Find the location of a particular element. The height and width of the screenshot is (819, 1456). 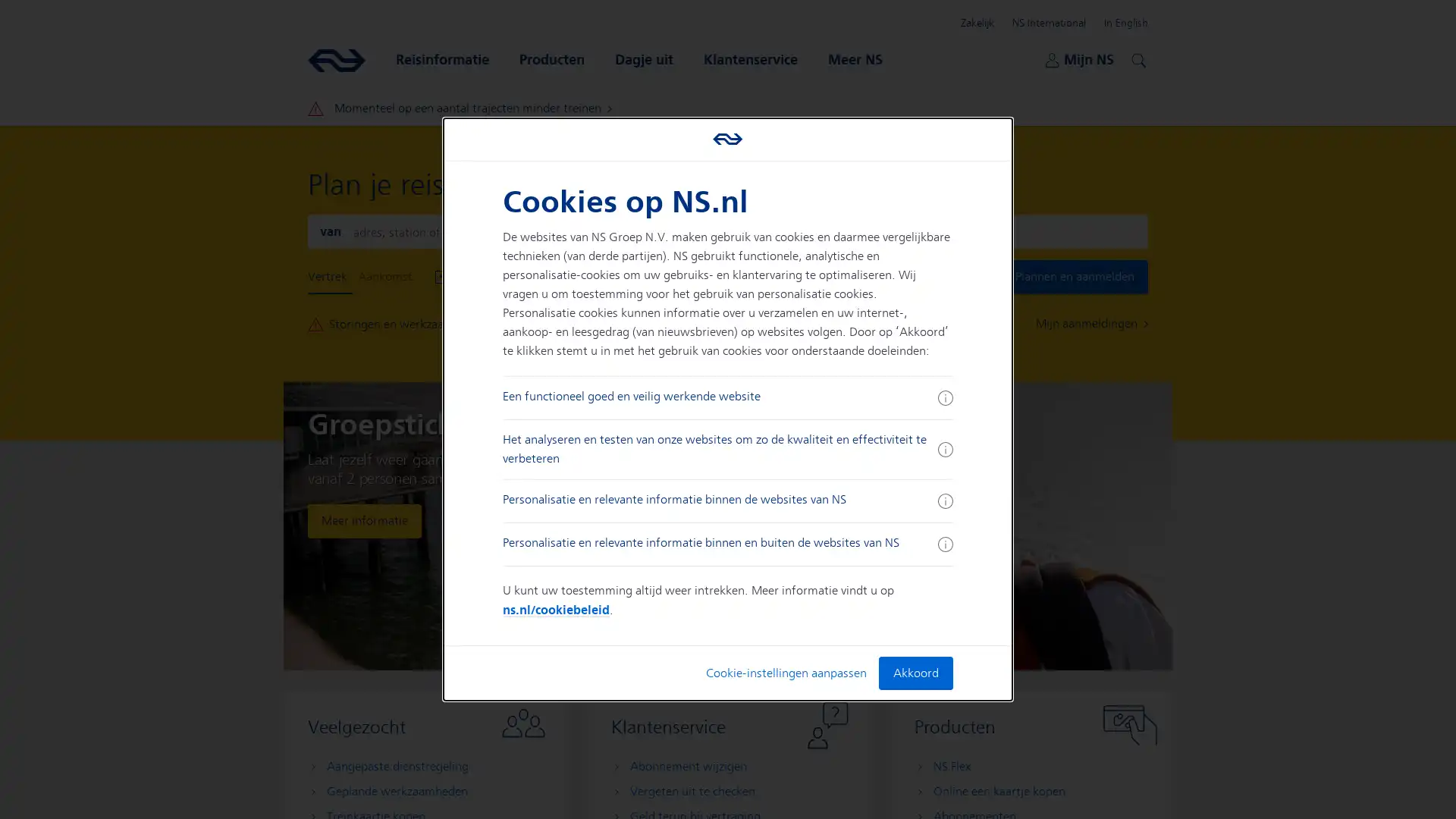

Toon Opties is located at coordinates (695, 277).